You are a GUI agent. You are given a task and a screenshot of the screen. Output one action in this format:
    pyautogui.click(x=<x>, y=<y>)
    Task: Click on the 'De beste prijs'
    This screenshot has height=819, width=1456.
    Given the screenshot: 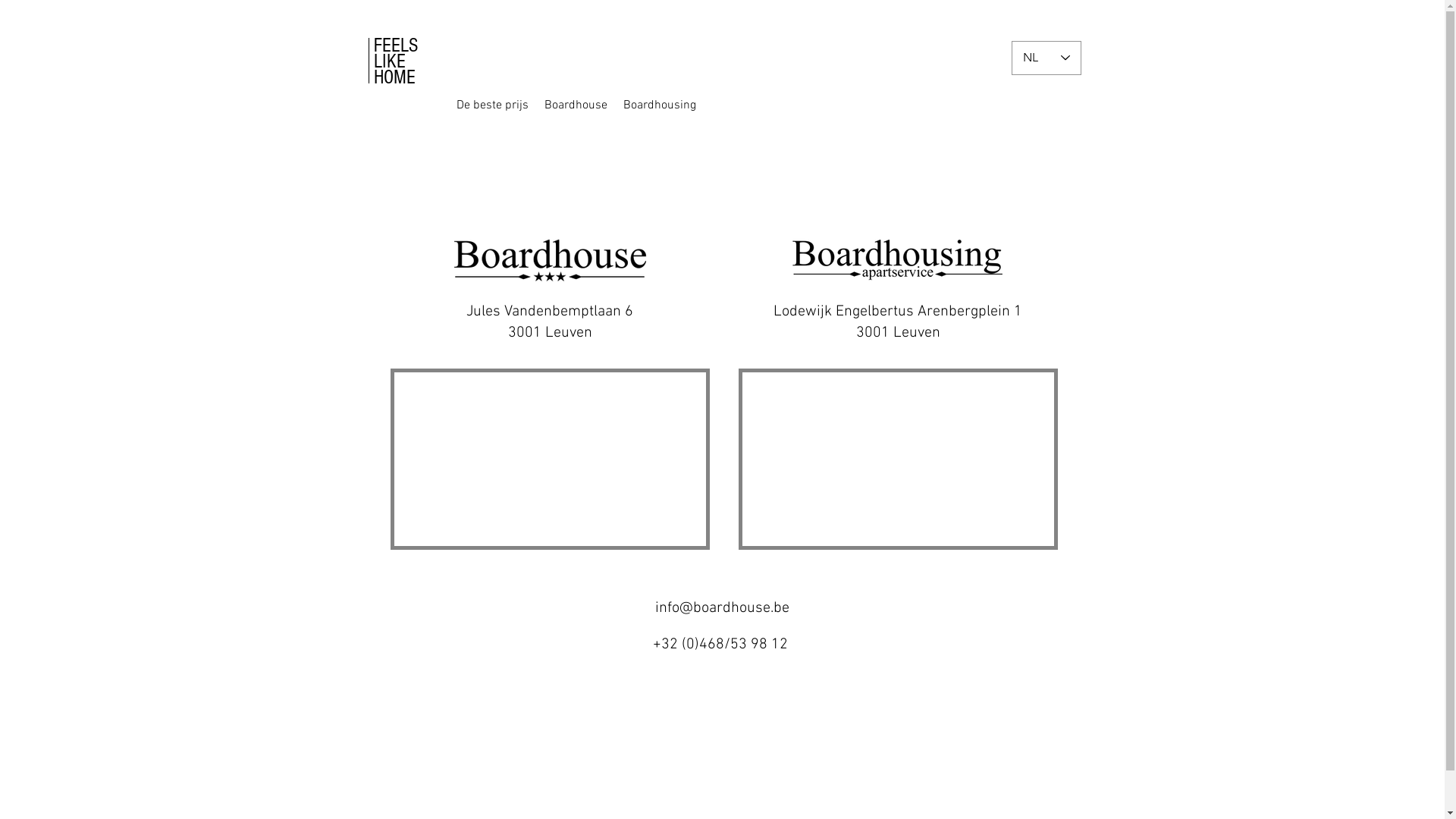 What is the action you would take?
    pyautogui.click(x=450, y=104)
    